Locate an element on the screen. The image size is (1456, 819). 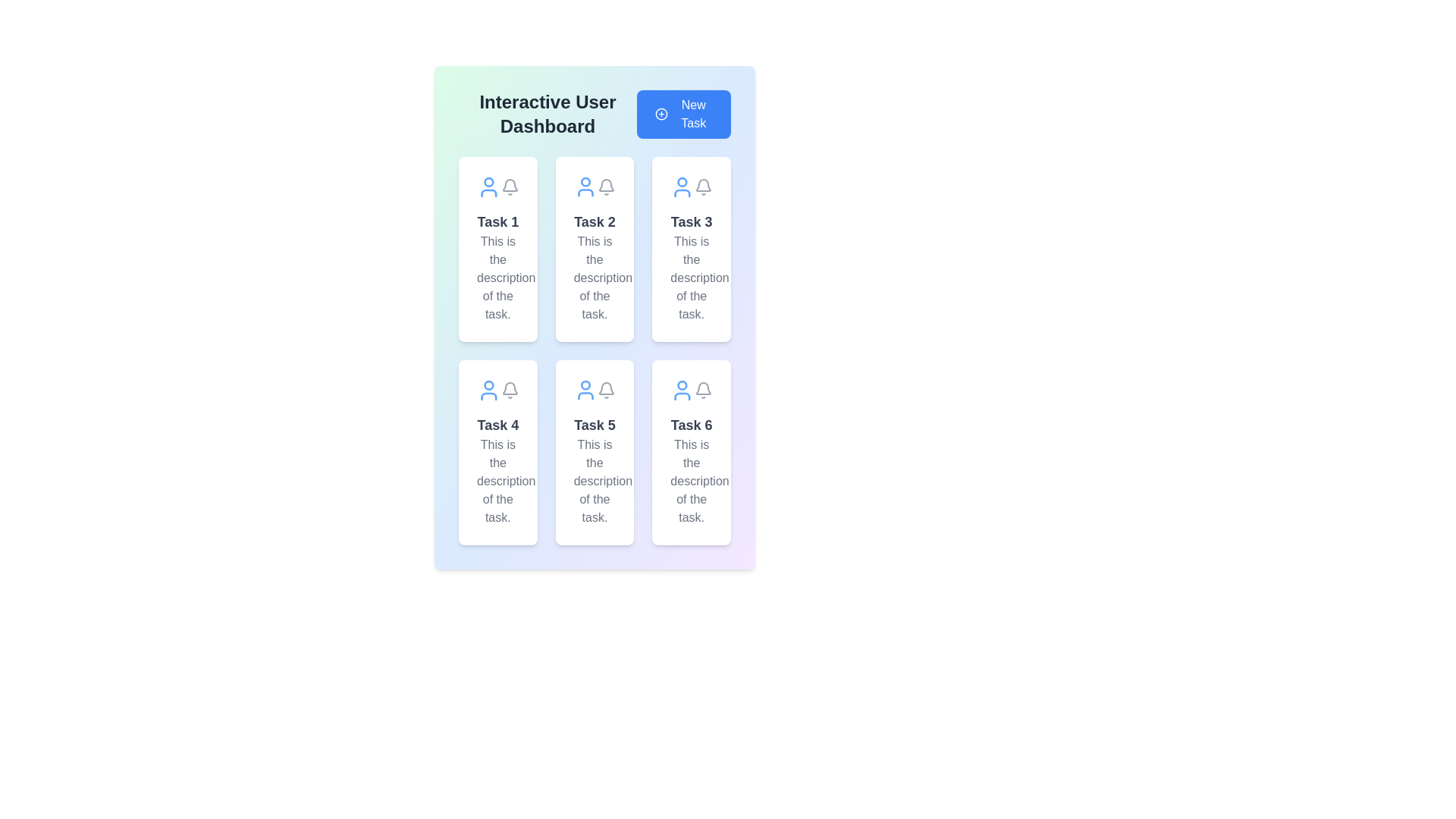
the lower body of a person represented in the avatar icon within the task management interface, specifically located at the top of the second column in the grid layout is located at coordinates (585, 192).